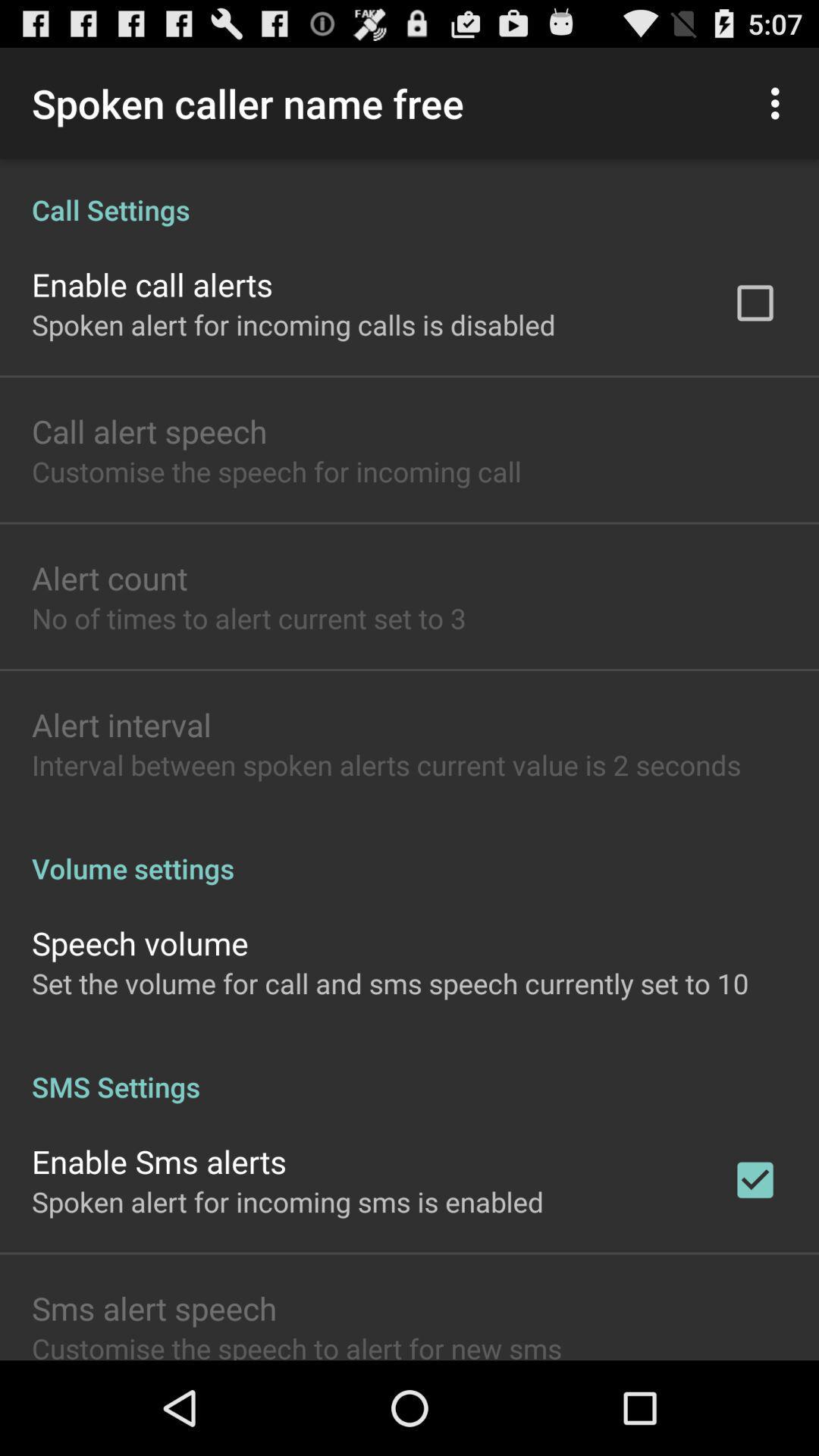 The image size is (819, 1456). I want to click on app above the interval between spoken item, so click(121, 723).